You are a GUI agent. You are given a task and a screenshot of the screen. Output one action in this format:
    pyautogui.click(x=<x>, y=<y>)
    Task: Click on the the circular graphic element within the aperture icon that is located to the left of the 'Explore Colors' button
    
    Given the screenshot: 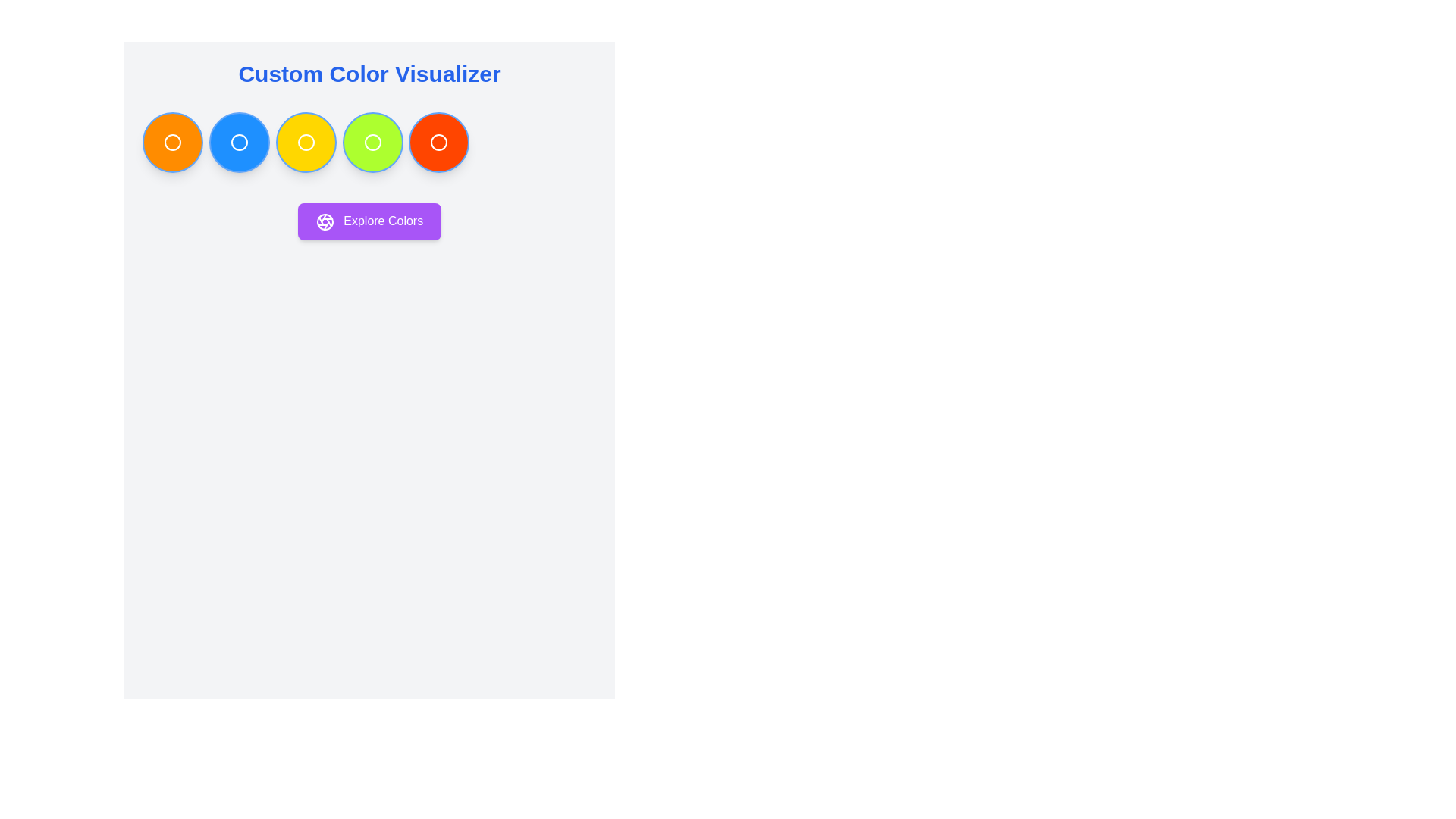 What is the action you would take?
    pyautogui.click(x=324, y=221)
    